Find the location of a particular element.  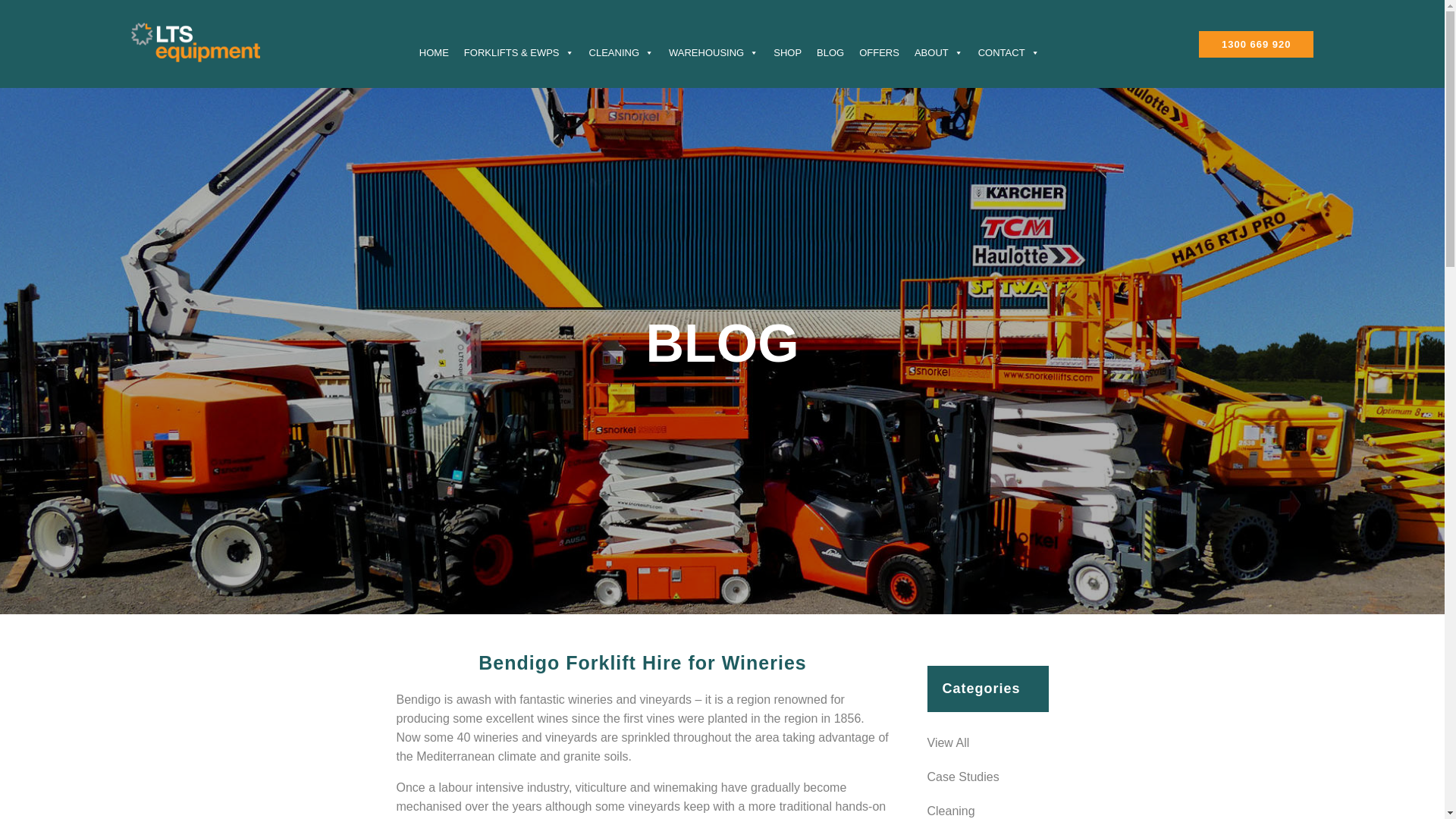

'WAREHOUSING' is located at coordinates (661, 52).